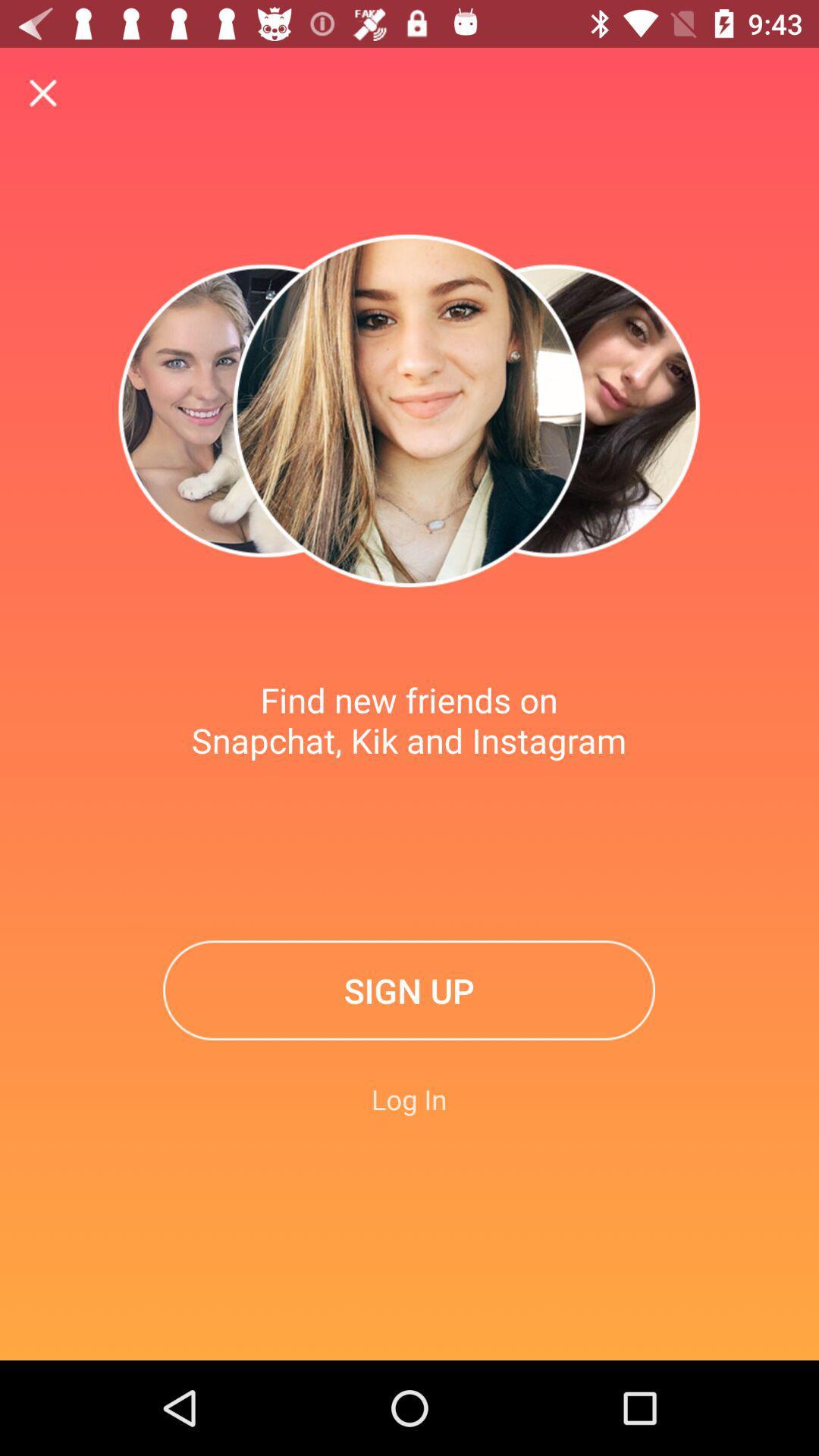 This screenshot has height=1456, width=819. What do you see at coordinates (408, 1099) in the screenshot?
I see `log in icon` at bounding box center [408, 1099].